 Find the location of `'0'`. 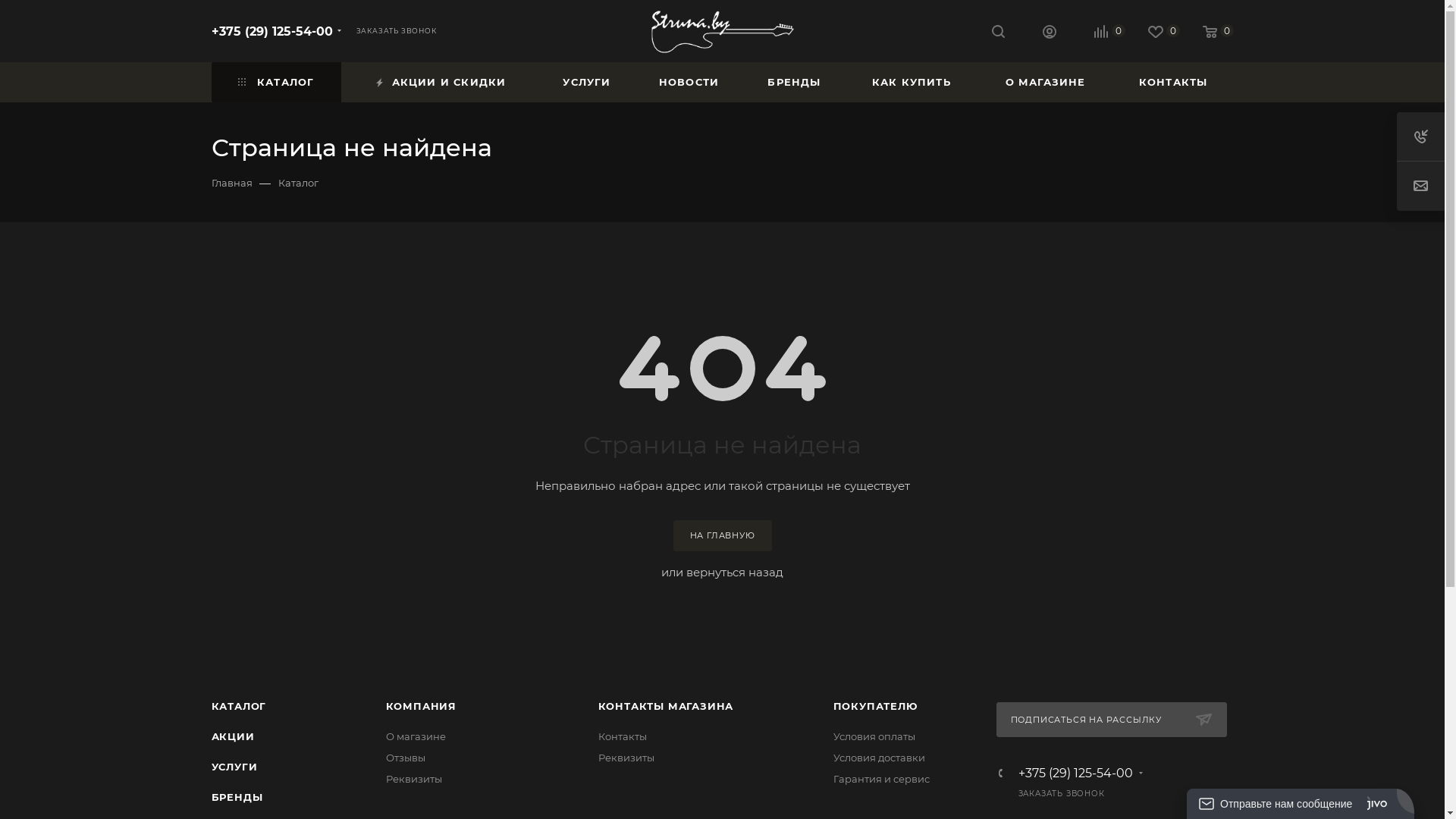

'0' is located at coordinates (1097, 32).